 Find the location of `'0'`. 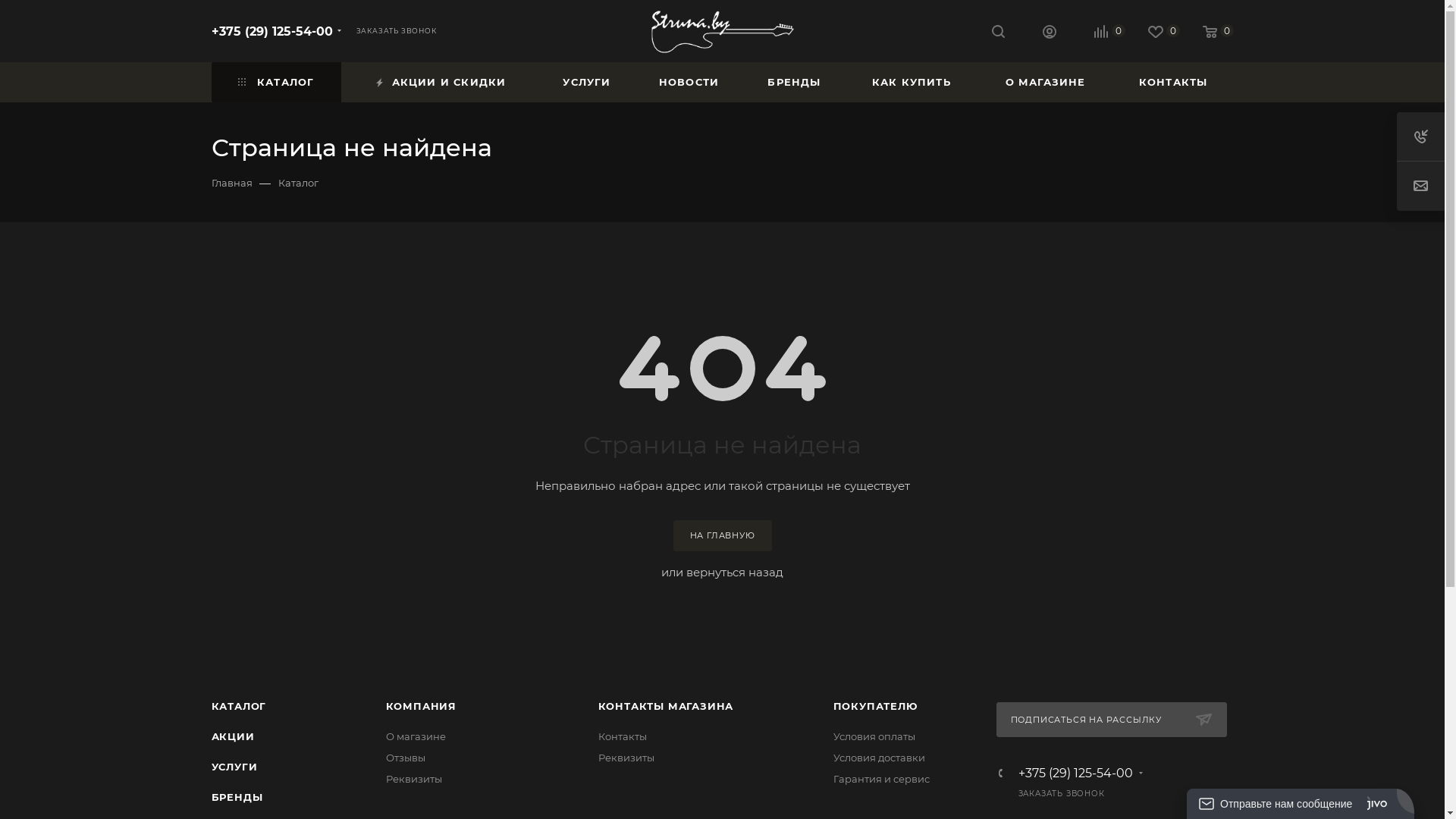

'0' is located at coordinates (1097, 32).